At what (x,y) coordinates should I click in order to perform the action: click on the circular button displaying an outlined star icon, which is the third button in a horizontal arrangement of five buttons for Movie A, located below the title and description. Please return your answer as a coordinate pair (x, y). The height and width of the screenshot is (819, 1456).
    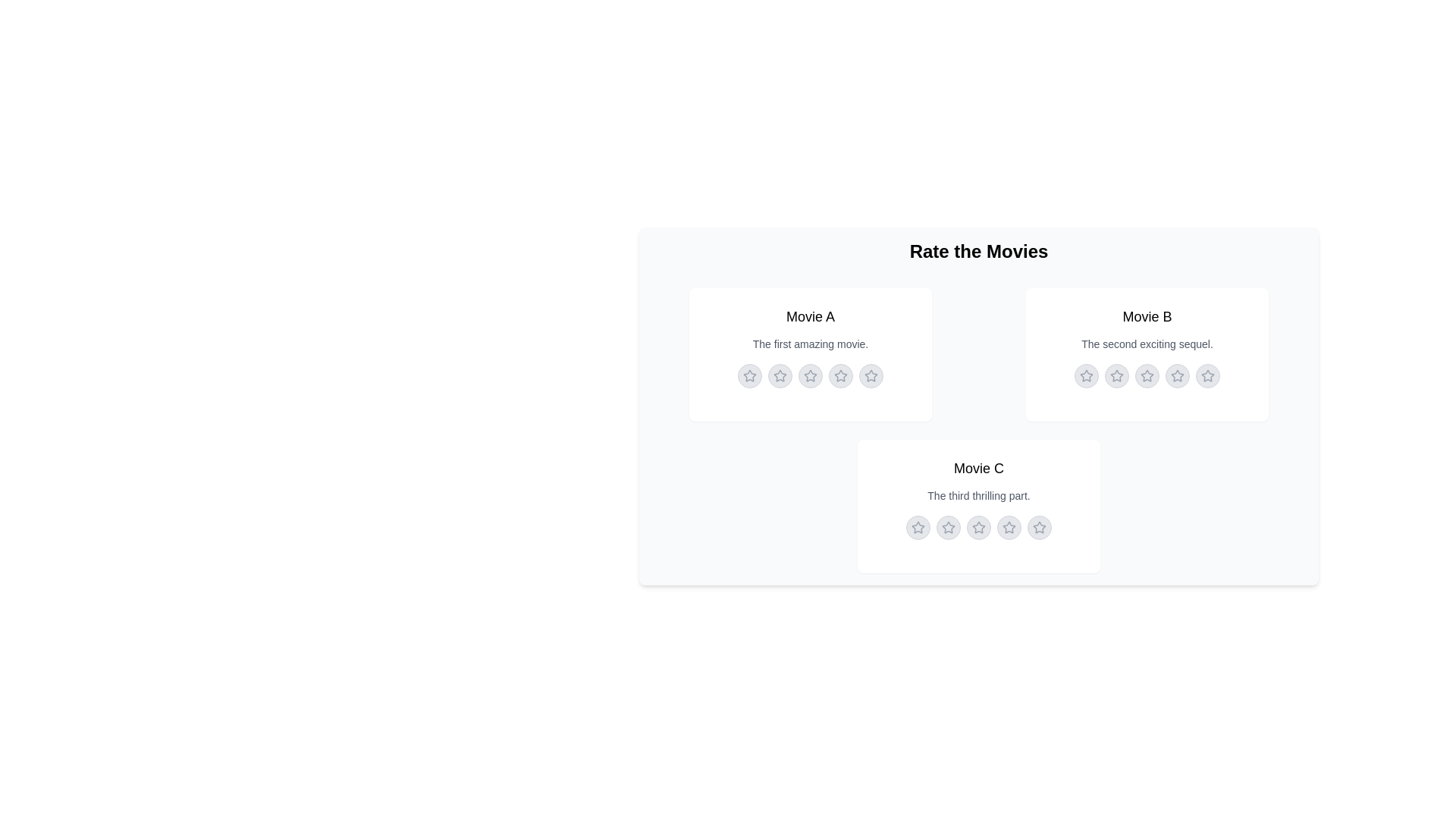
    Looking at the image, I should click on (810, 375).